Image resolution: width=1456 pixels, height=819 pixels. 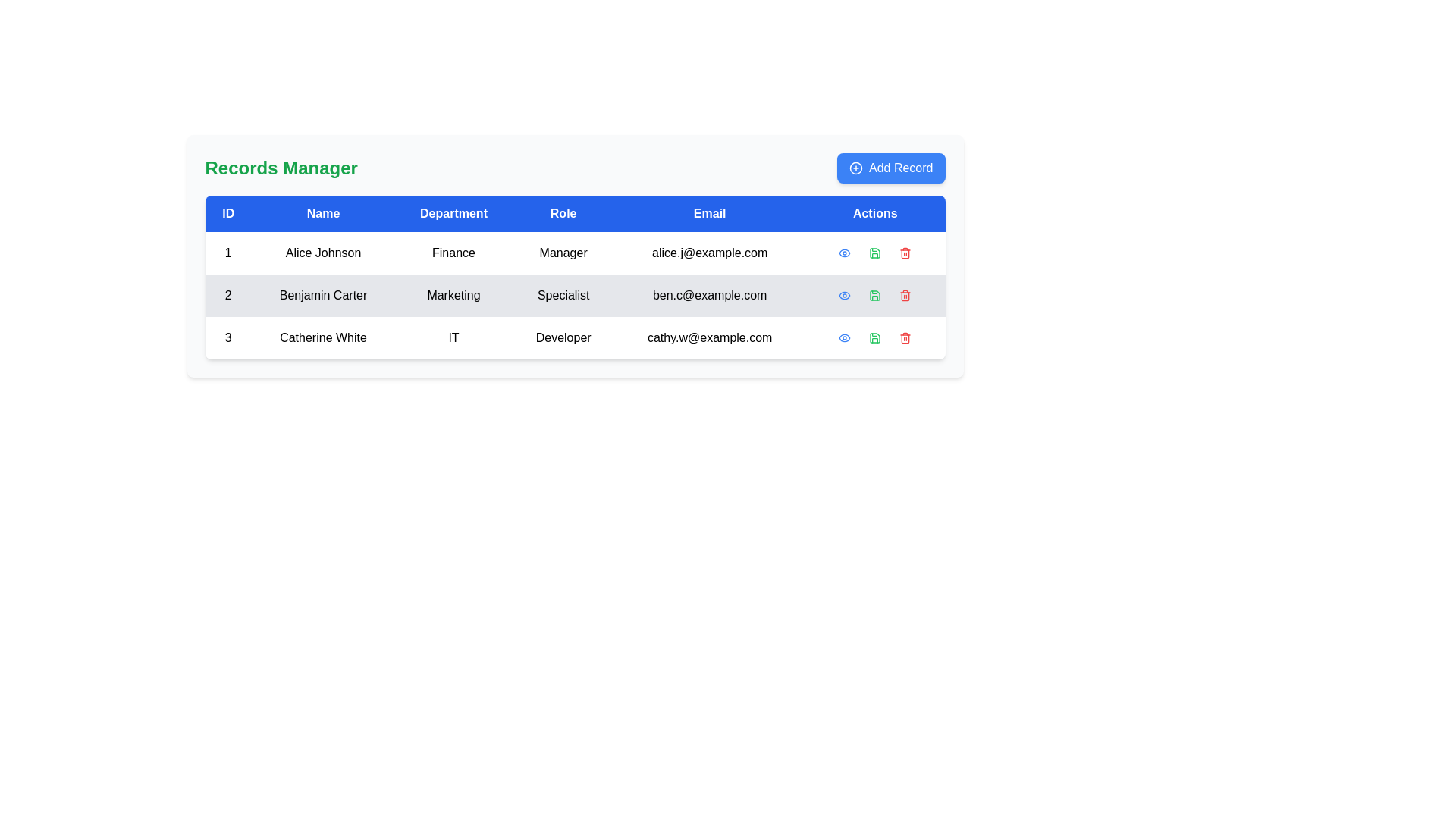 What do you see at coordinates (874, 337) in the screenshot?
I see `the save/download button in the Actions column for Catherine White, which is represented by an icon resembling a floppy disk or a downward arrow` at bounding box center [874, 337].